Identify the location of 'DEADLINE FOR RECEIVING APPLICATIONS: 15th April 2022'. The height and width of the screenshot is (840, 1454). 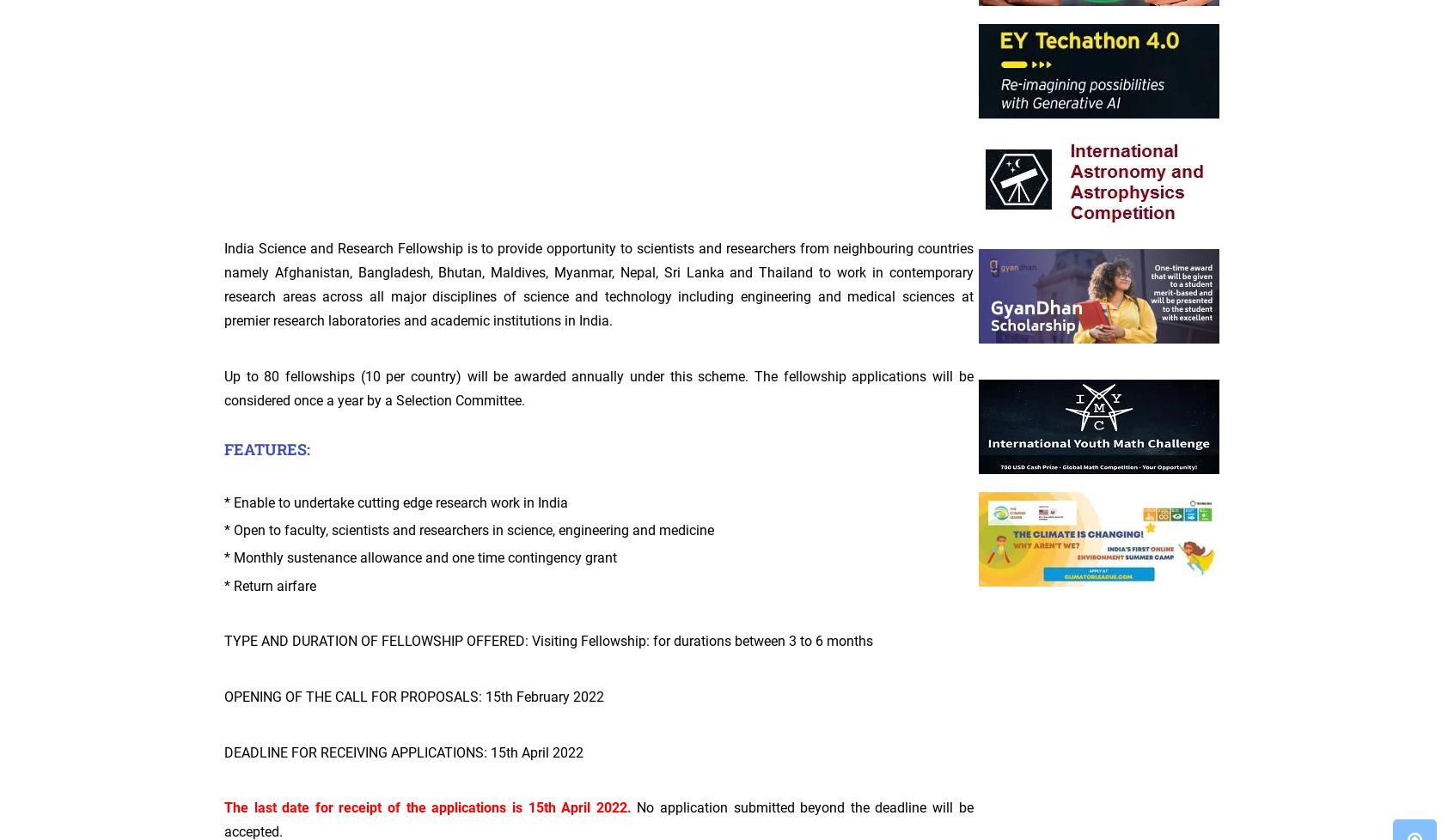
(403, 751).